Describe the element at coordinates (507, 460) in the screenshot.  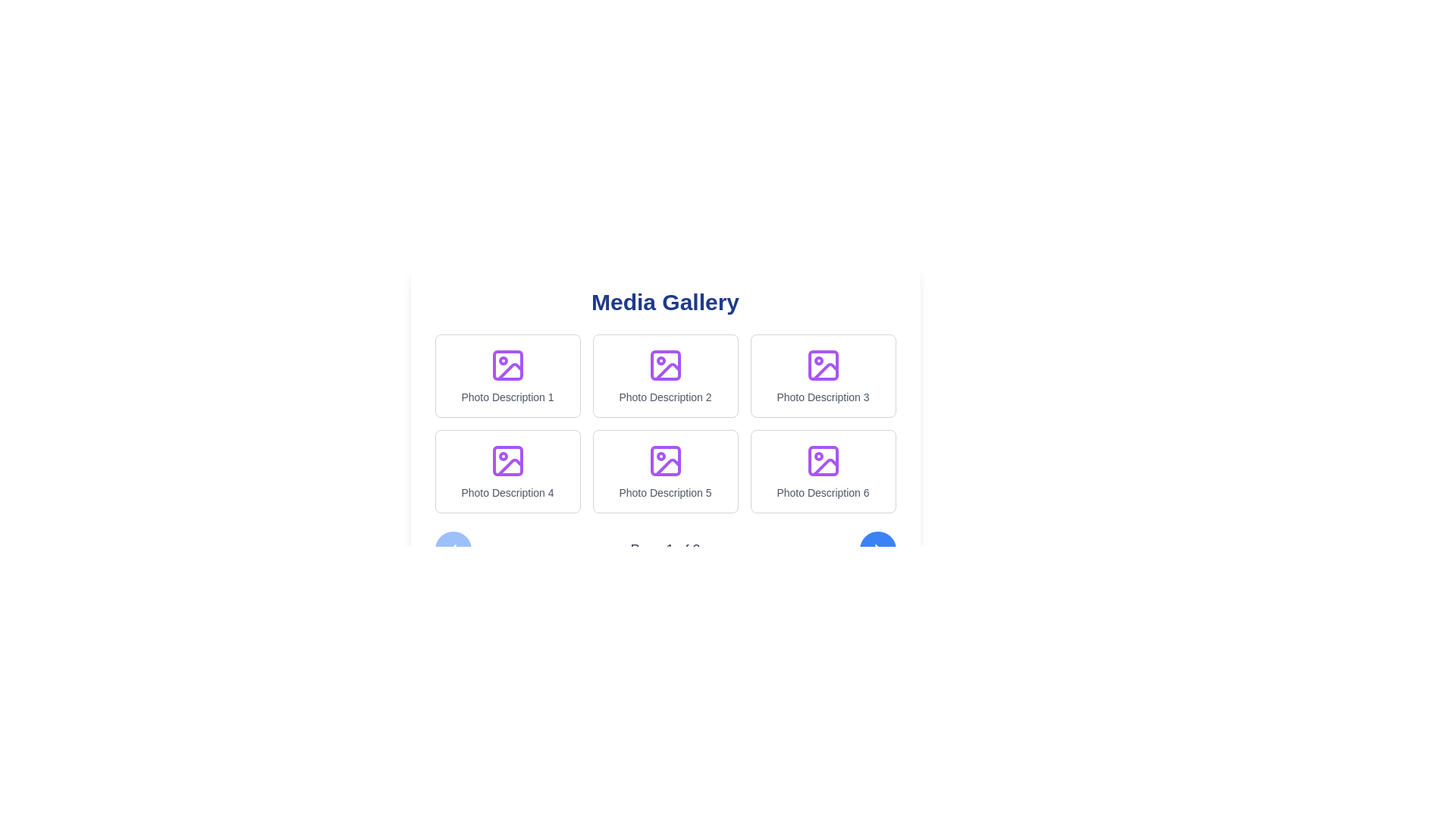
I see `the rounded rectangle graphical decoration element within the 'Media Gallery' grid, specifically in the fourth thumbnail corresponding to 'Photo Description 4'` at that location.